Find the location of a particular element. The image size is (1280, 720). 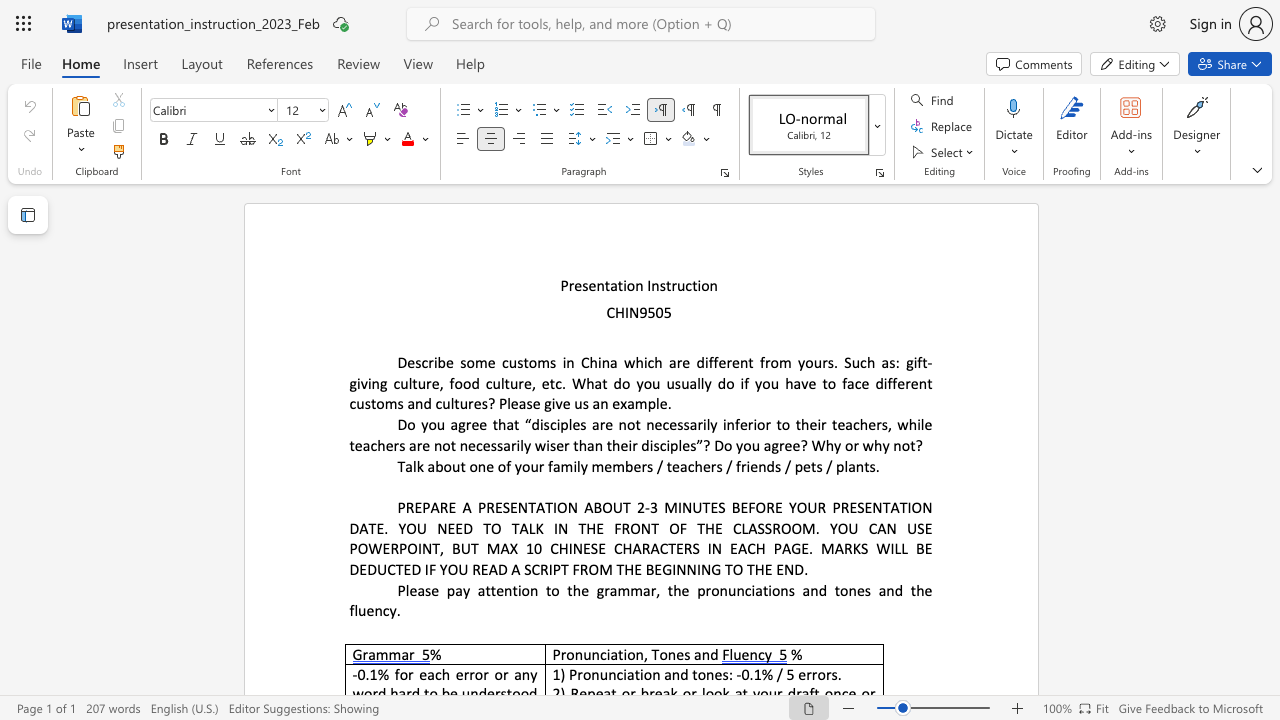

the subset text "ion to the grammar, the pronunci" within the text "Please pay attention to the grammar, the pronunciations and tones and the fluency." is located at coordinates (517, 589).